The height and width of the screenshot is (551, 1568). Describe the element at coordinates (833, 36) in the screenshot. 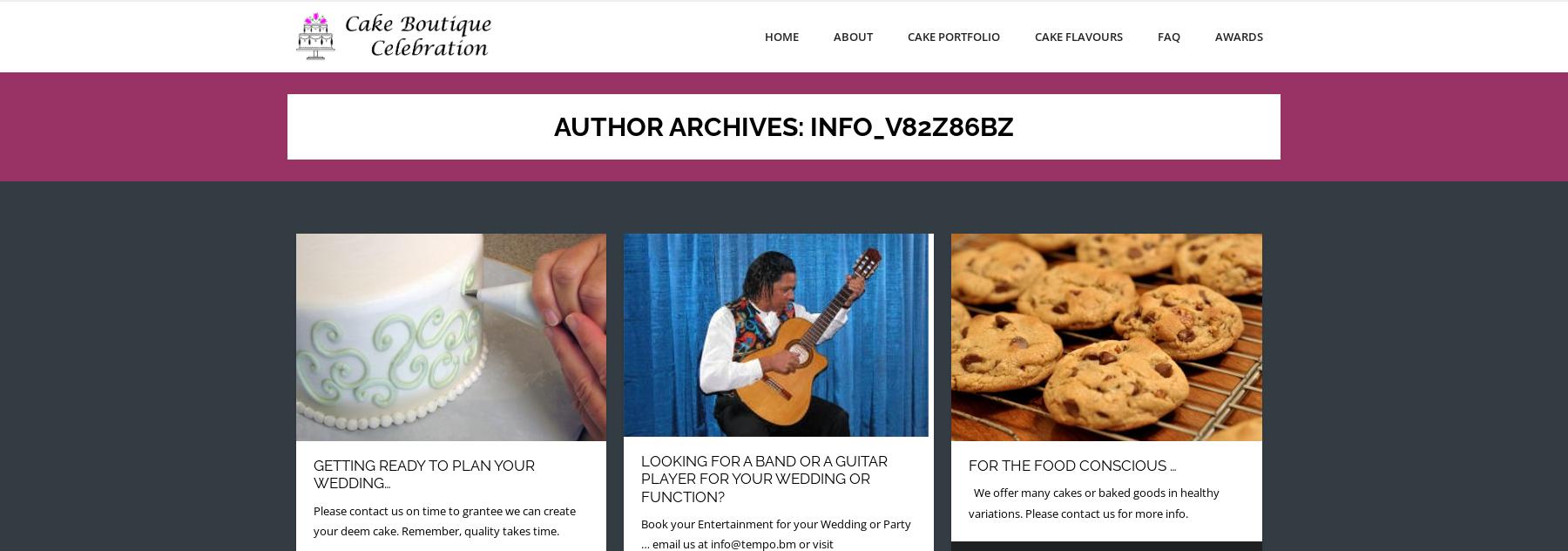

I see `'About'` at that location.